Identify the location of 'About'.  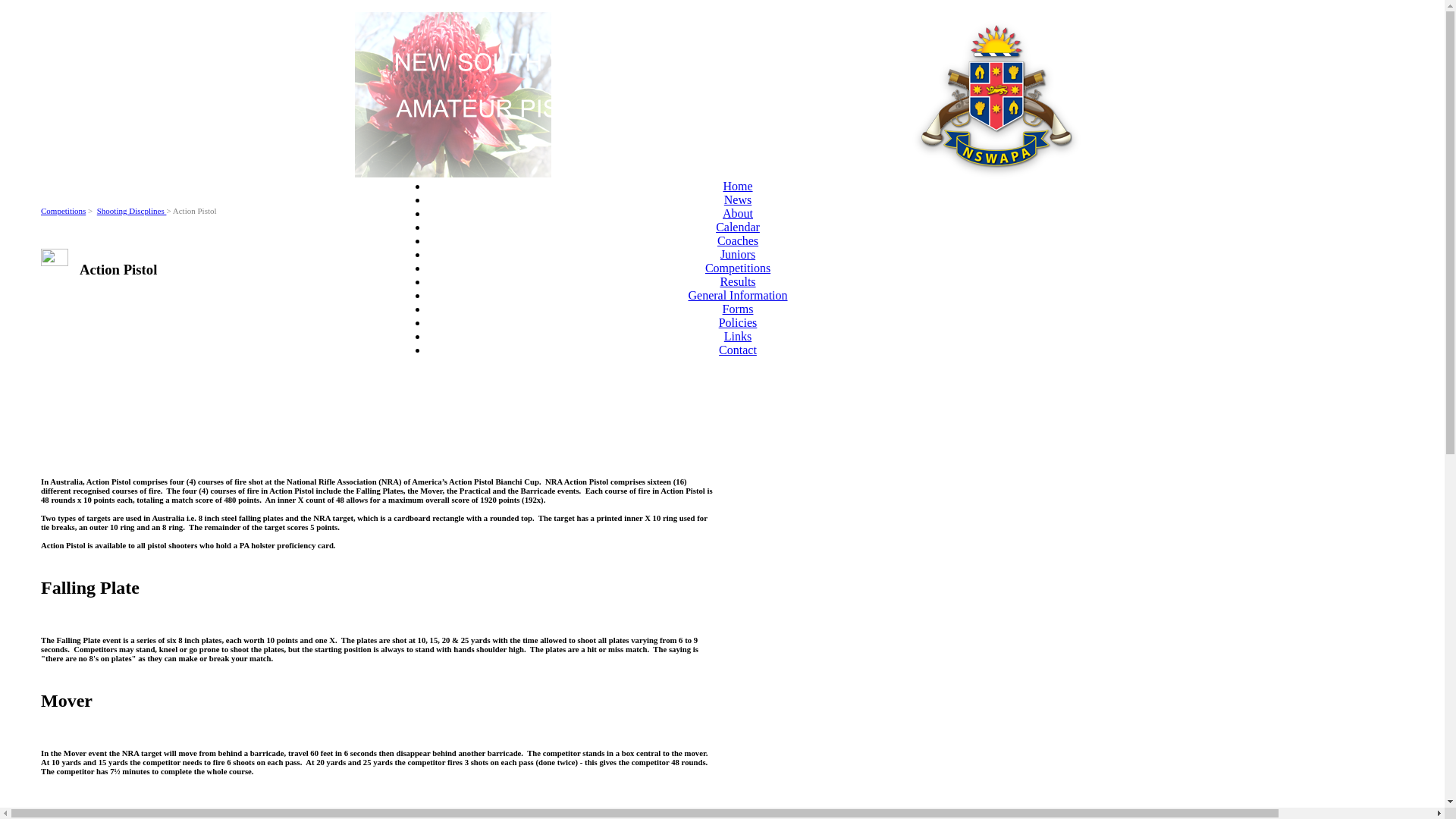
(722, 213).